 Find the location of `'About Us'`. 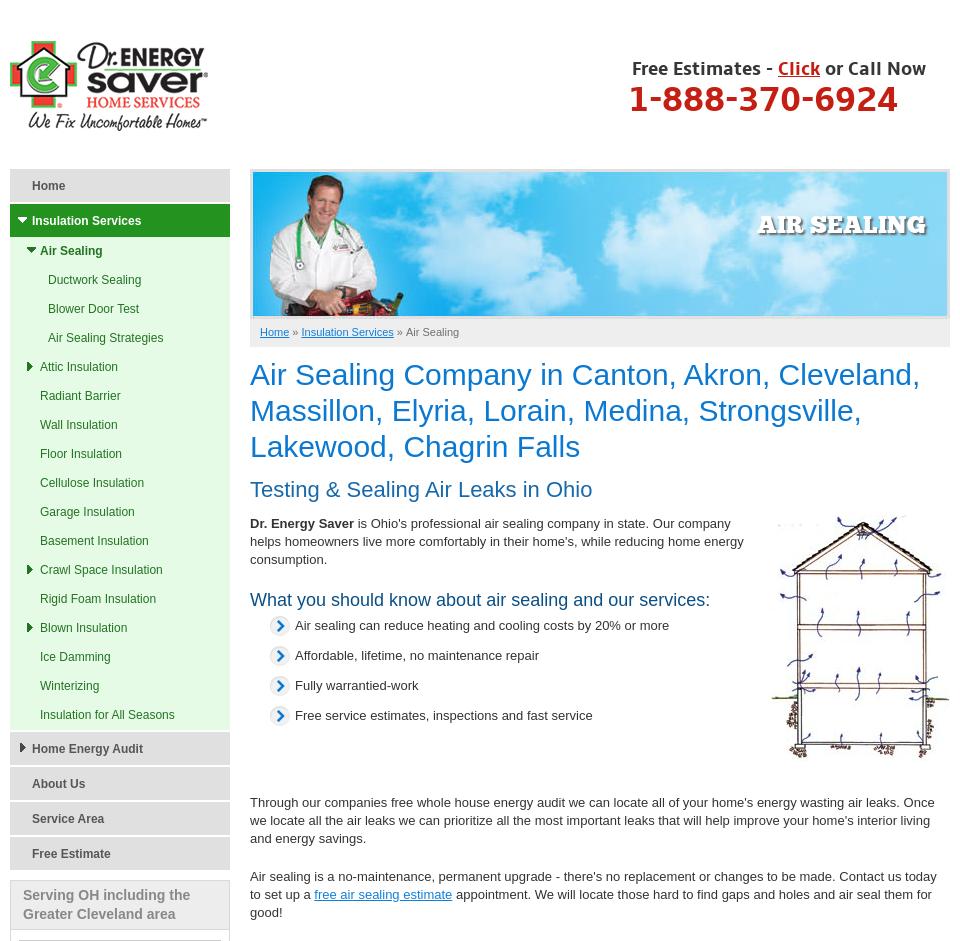

'About Us' is located at coordinates (57, 784).